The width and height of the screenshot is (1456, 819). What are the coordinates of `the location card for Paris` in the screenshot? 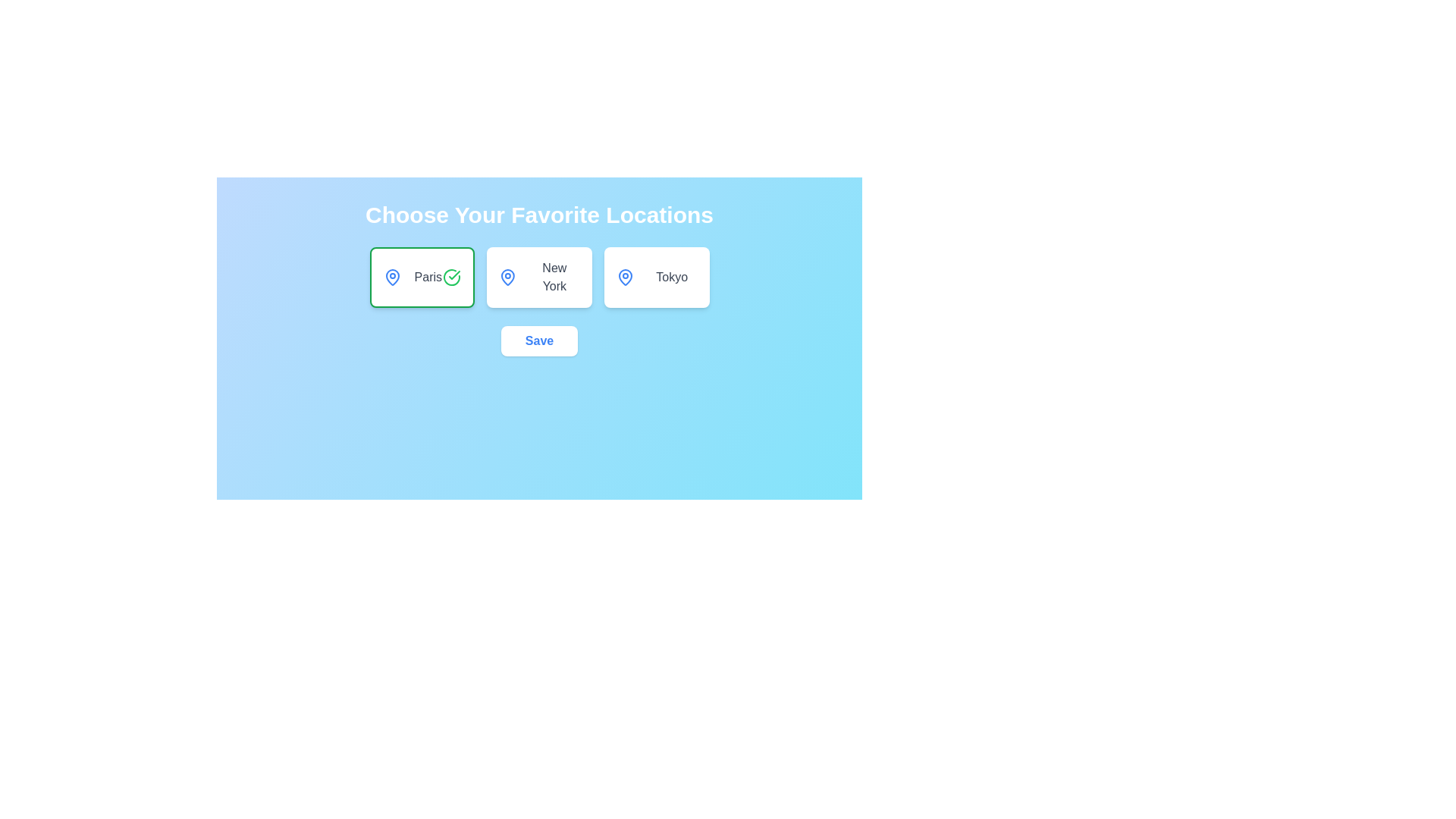 It's located at (422, 278).